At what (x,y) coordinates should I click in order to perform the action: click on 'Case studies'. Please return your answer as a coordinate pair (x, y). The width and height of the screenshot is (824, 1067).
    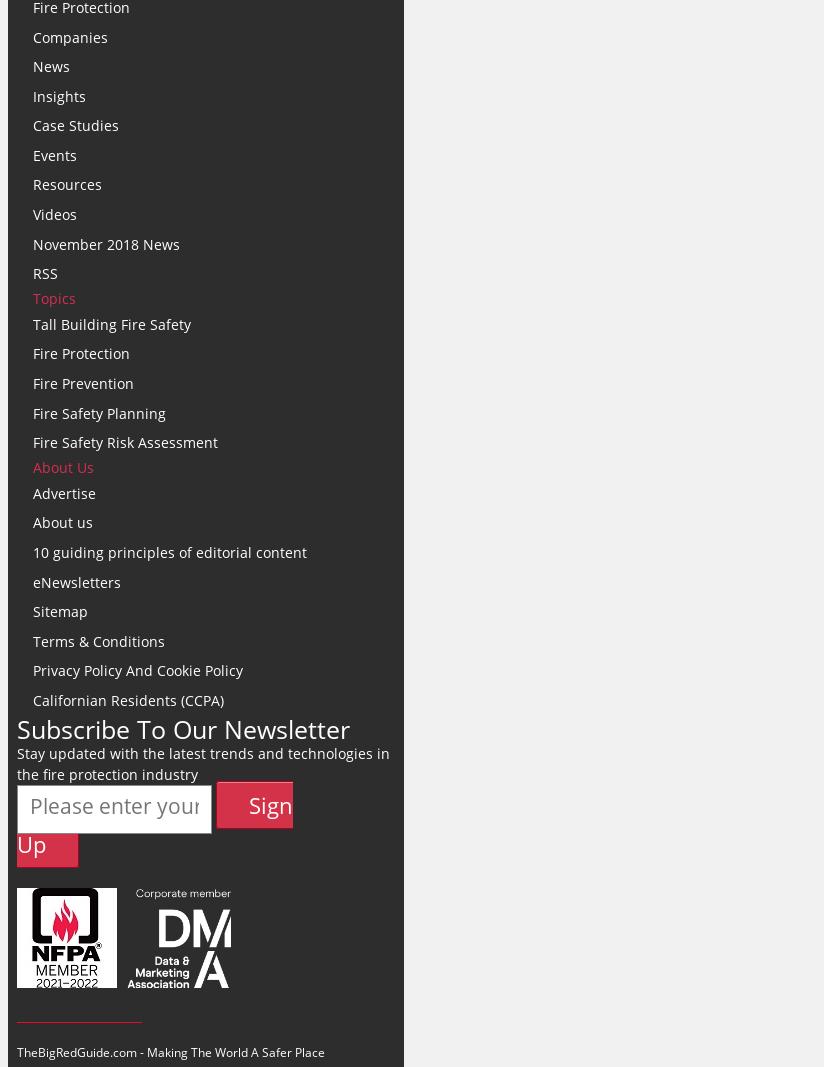
    Looking at the image, I should click on (74, 124).